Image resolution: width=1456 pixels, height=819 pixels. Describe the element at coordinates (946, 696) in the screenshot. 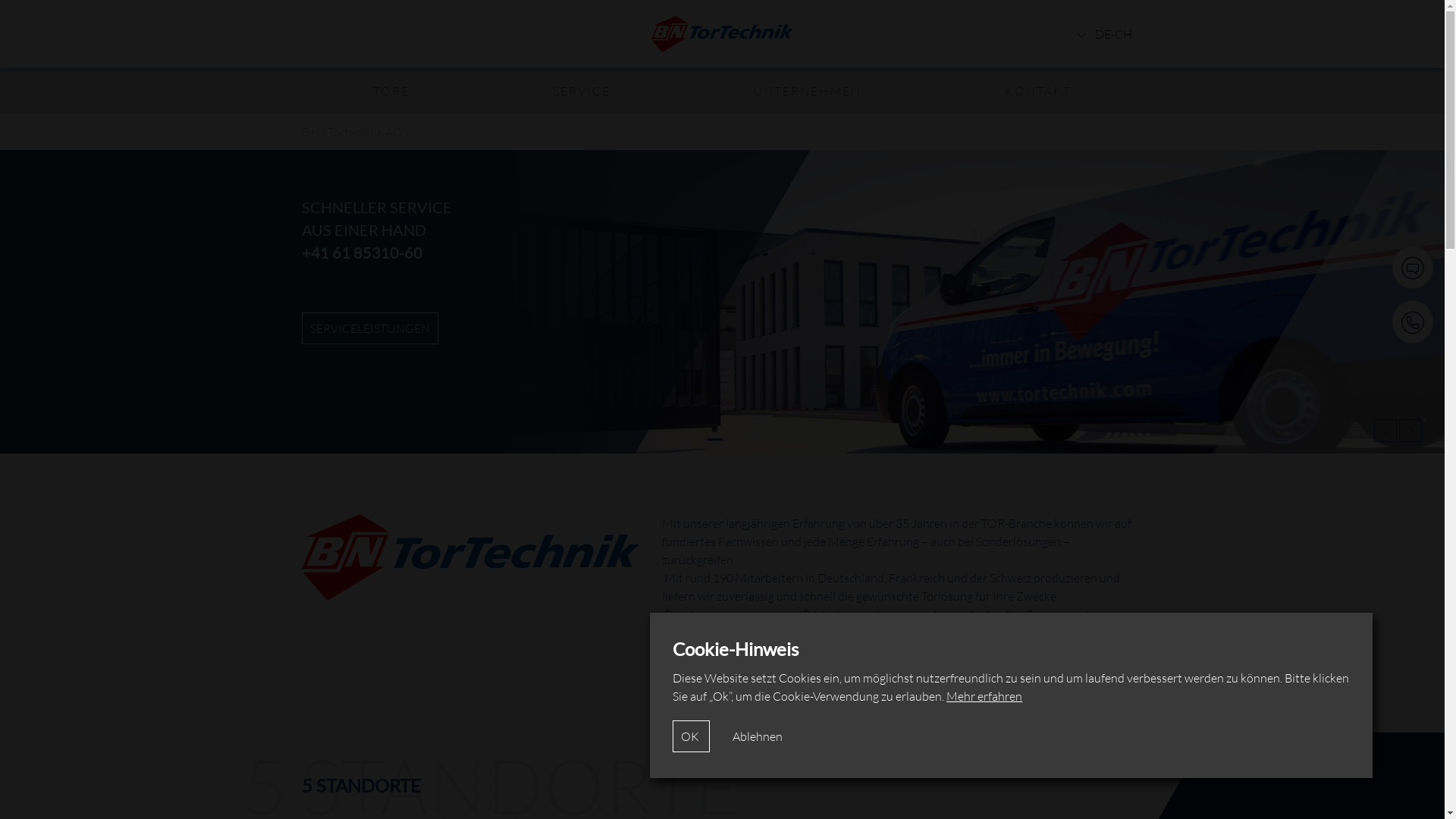

I see `'Mehr erfahren'` at that location.